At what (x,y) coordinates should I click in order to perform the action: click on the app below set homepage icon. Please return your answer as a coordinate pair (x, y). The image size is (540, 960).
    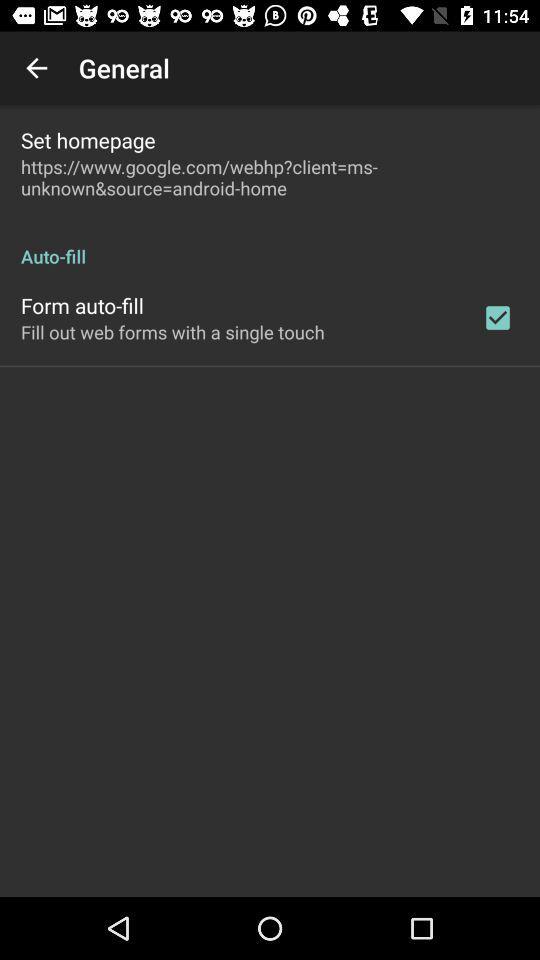
    Looking at the image, I should click on (270, 176).